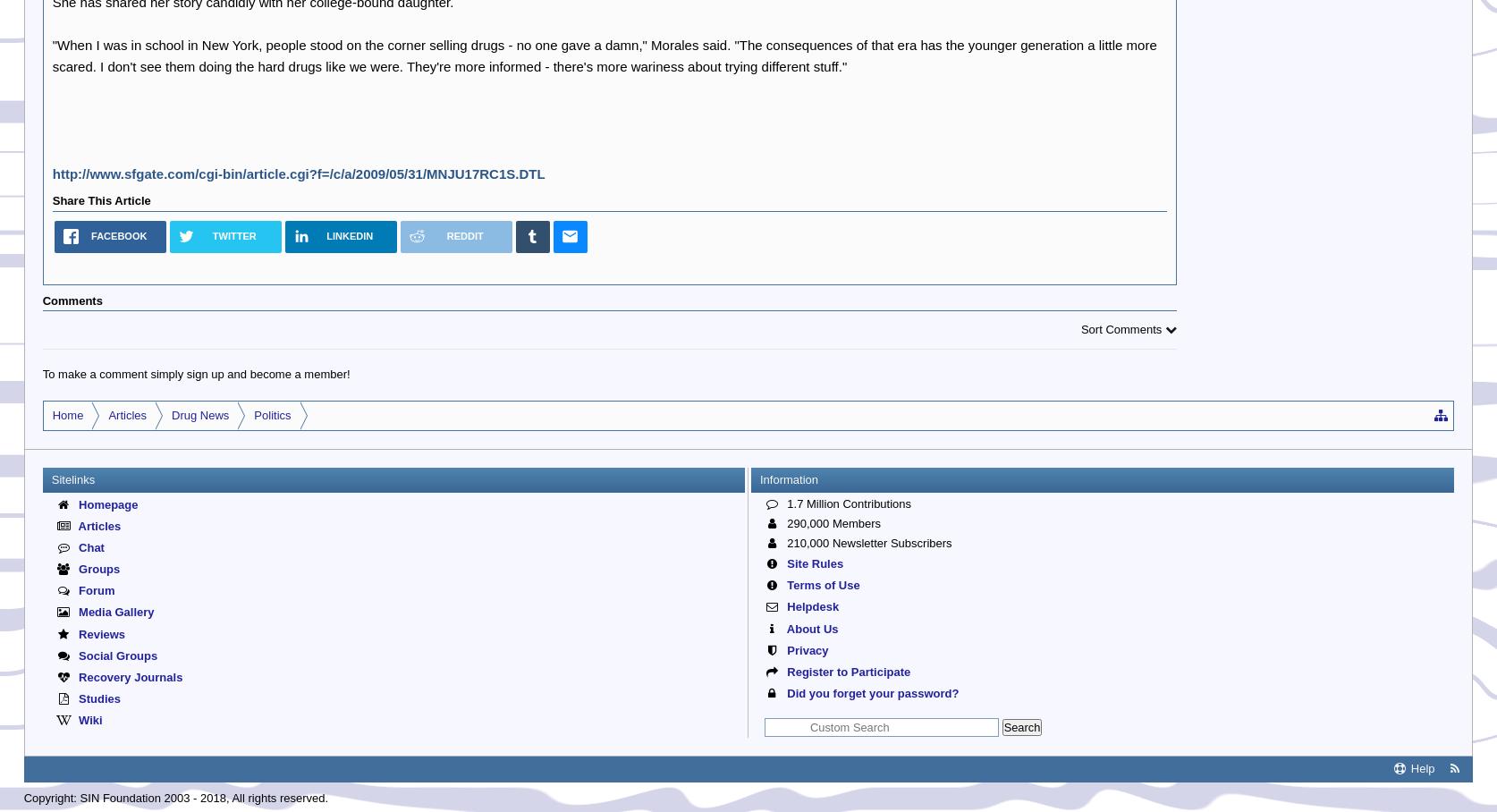 This screenshot has width=1497, height=812. Describe the element at coordinates (100, 199) in the screenshot. I see `'Share This Article'` at that location.